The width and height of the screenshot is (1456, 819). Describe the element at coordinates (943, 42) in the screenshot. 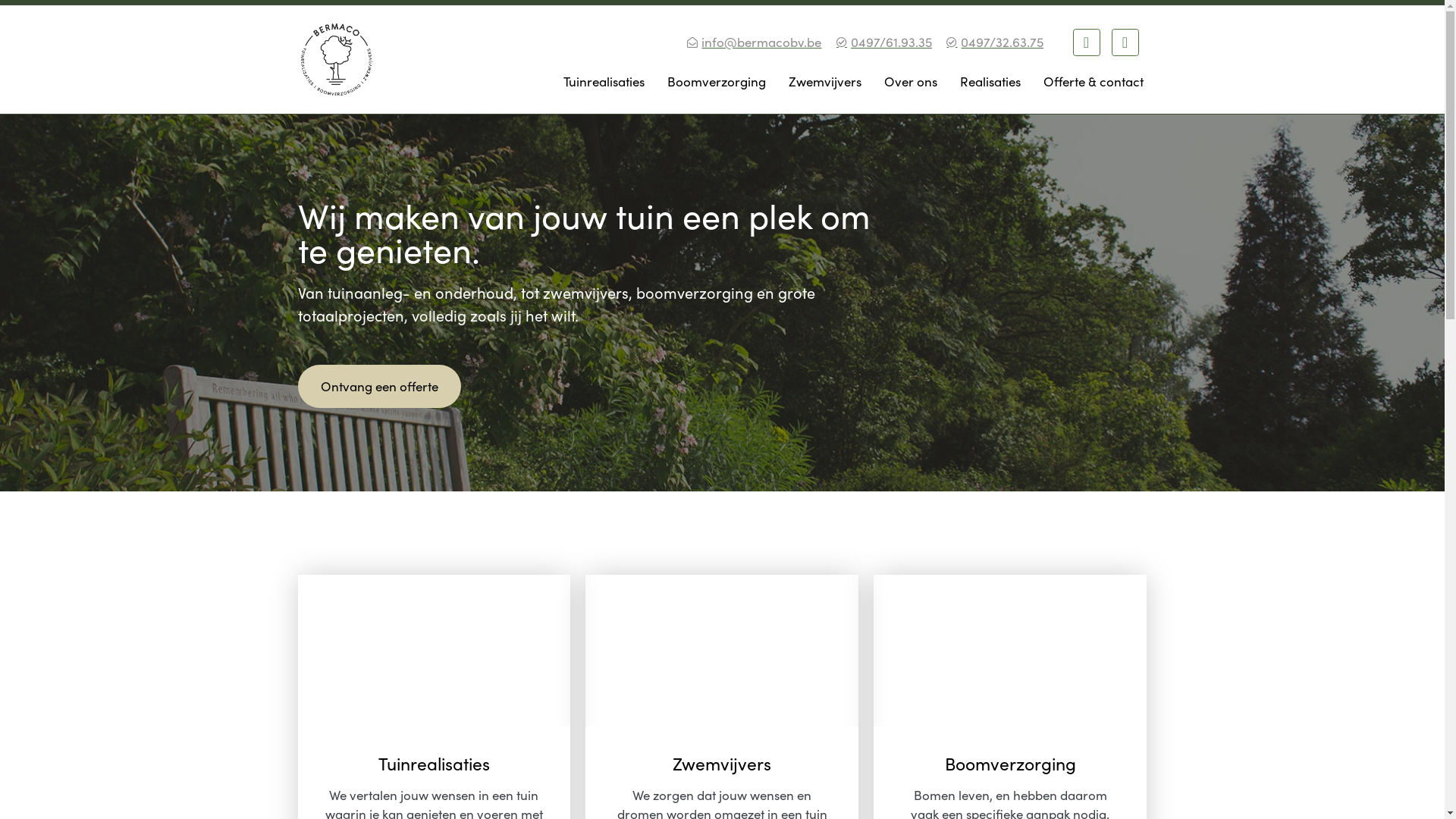

I see `'0497/32.63.75'` at that location.